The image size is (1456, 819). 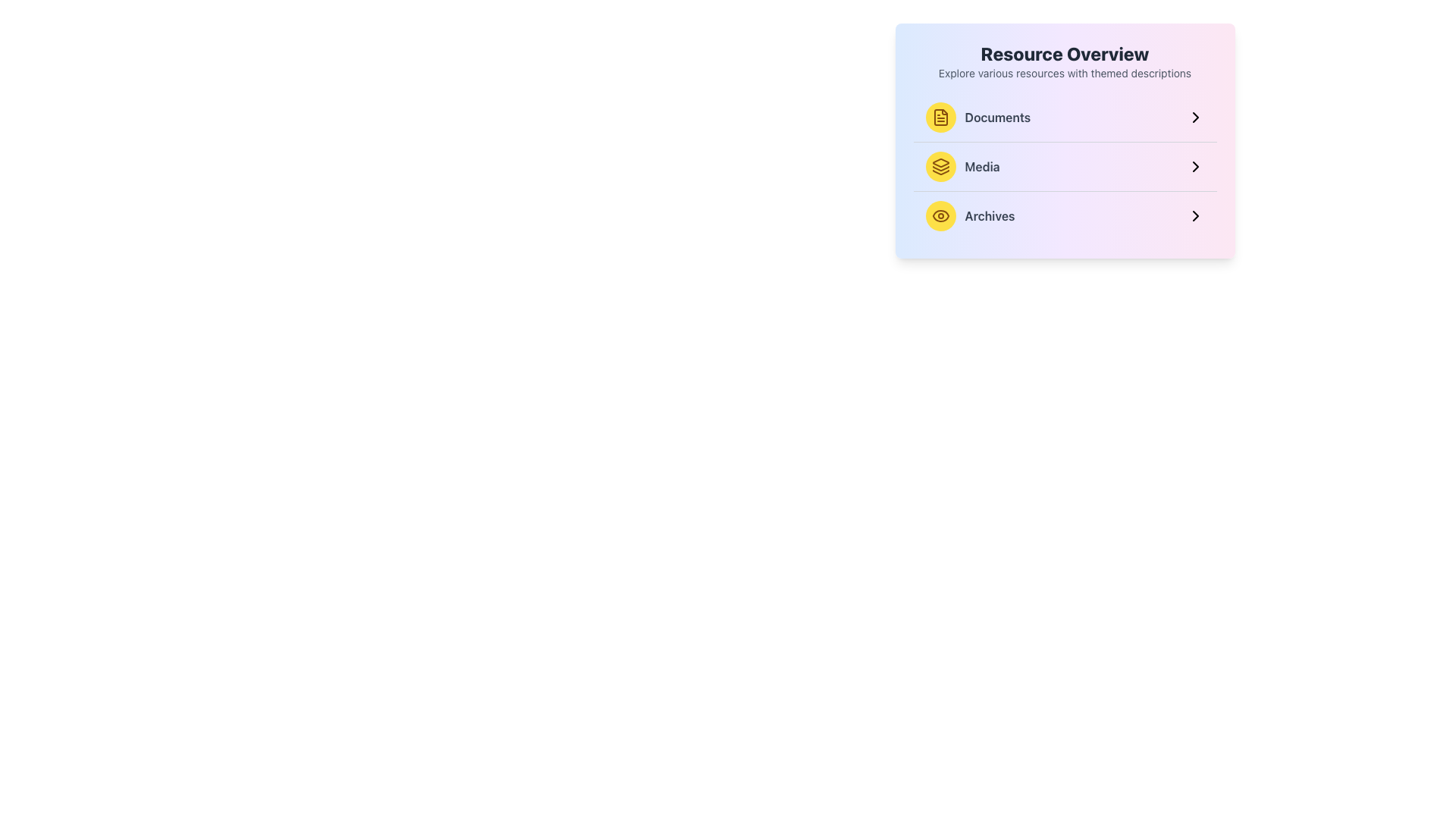 I want to click on the 'Archives' menu item, which is the third item in a vertical list of menu options including 'Documents', 'Media', and 'Archives', so click(x=1064, y=216).